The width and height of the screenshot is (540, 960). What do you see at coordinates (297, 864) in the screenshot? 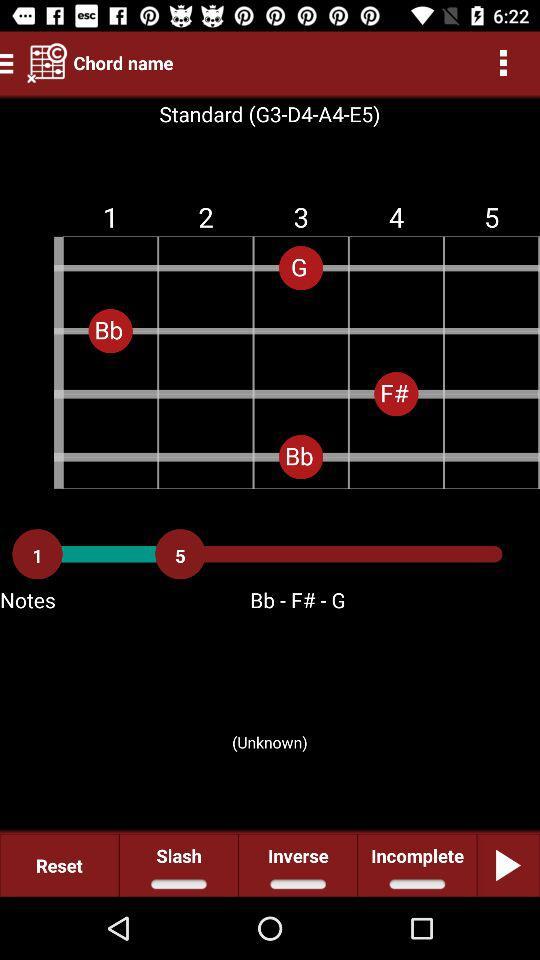
I see `the item to the right of the slash item` at bounding box center [297, 864].